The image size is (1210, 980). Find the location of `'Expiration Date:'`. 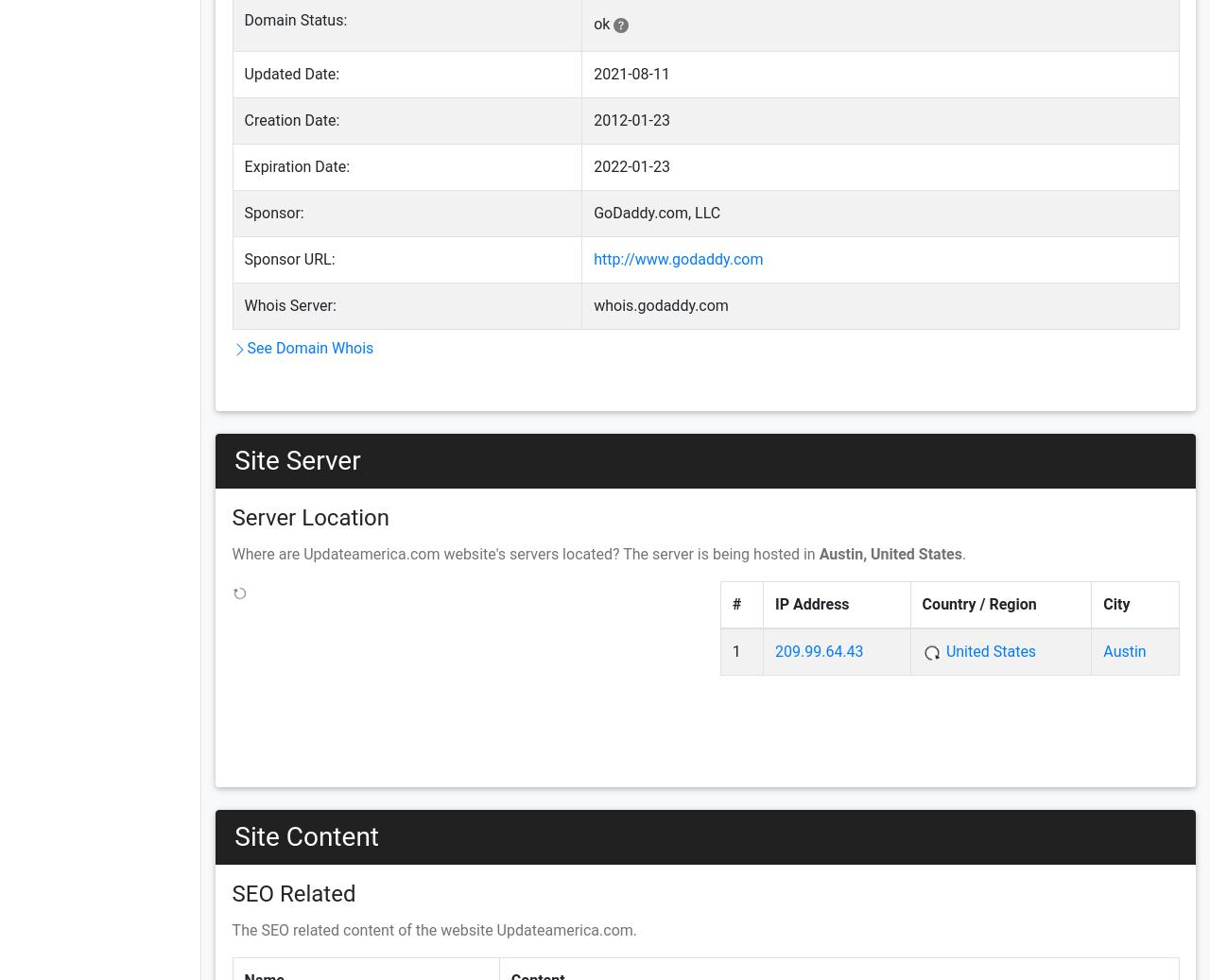

'Expiration Date:' is located at coordinates (243, 165).